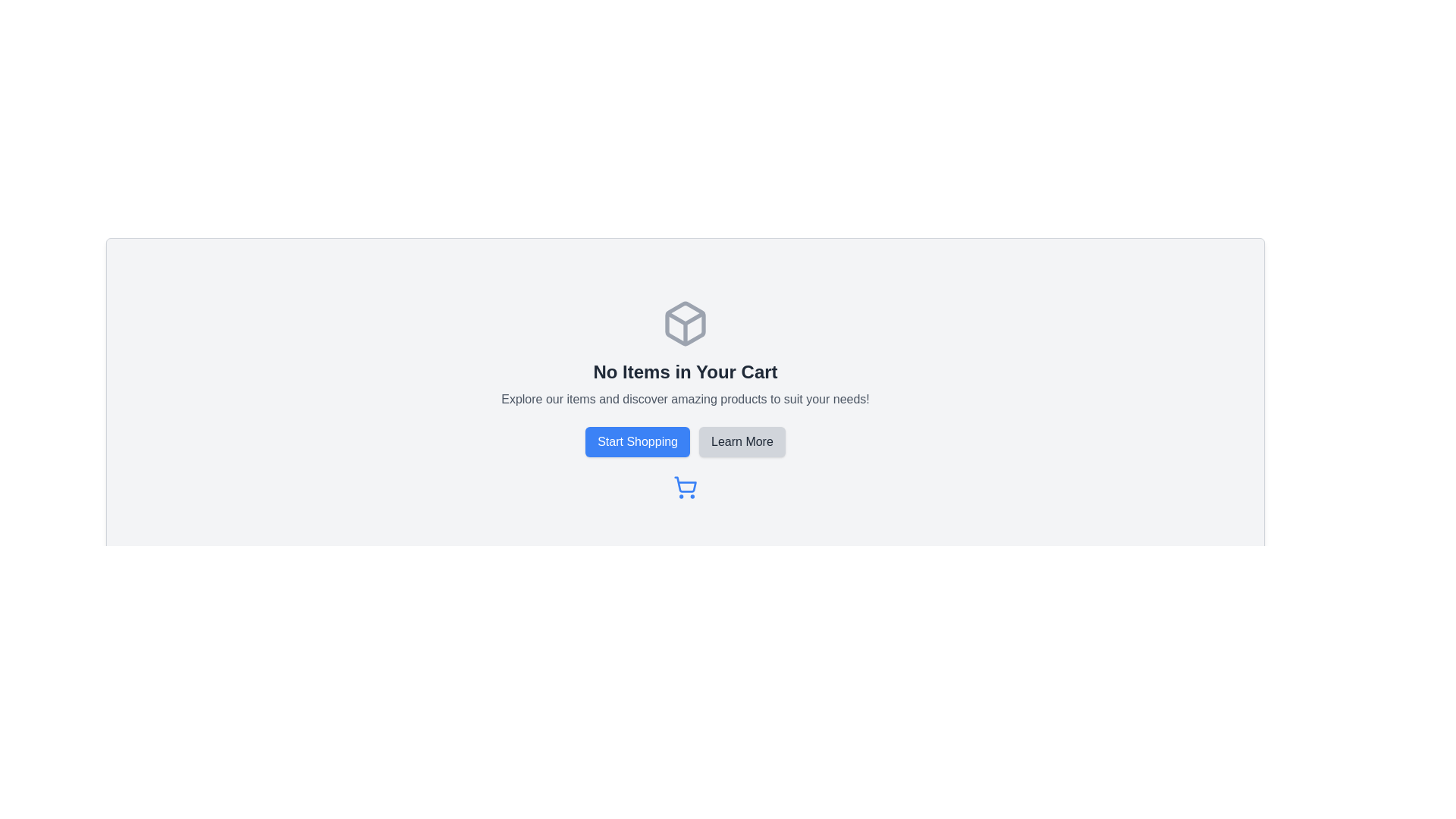  Describe the element at coordinates (684, 488) in the screenshot. I see `the blue shopping cart icon, which has a defined cart shape and two circular wheels, located below the 'Start Shopping' and 'Learn More' buttons` at that location.